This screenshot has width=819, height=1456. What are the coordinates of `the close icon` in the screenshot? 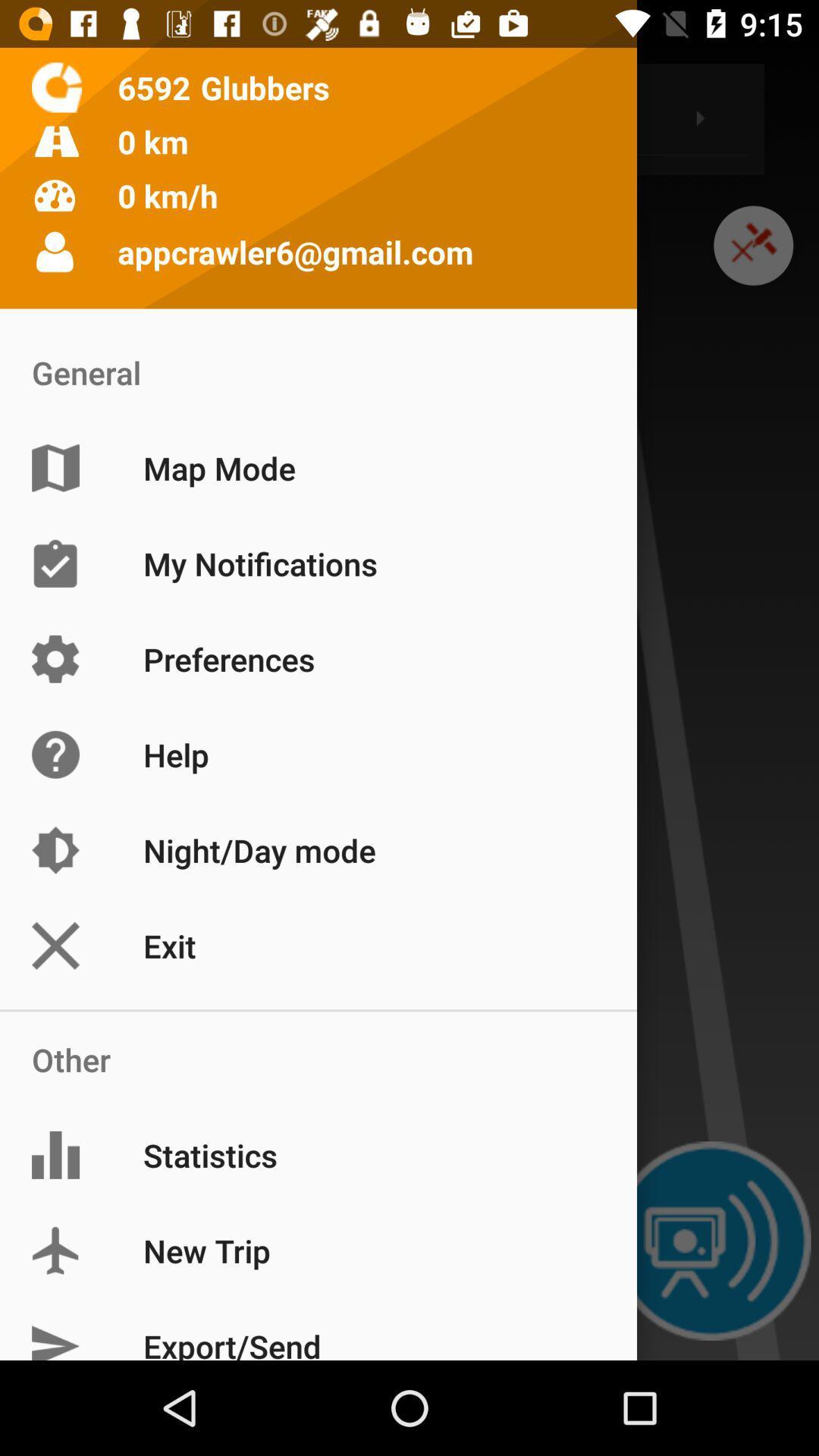 It's located at (753, 262).